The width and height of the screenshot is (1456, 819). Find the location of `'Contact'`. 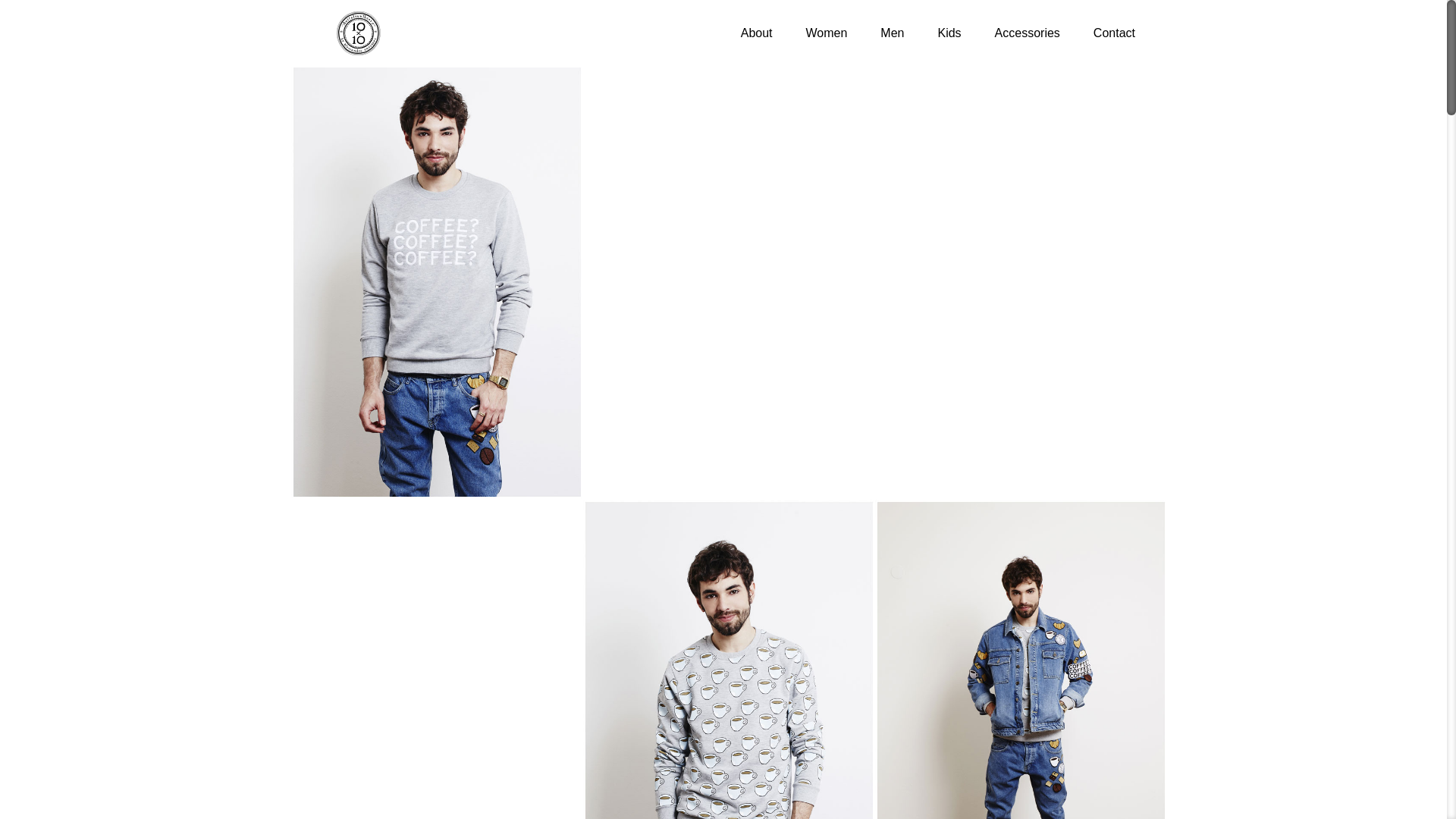

'Contact' is located at coordinates (1114, 33).